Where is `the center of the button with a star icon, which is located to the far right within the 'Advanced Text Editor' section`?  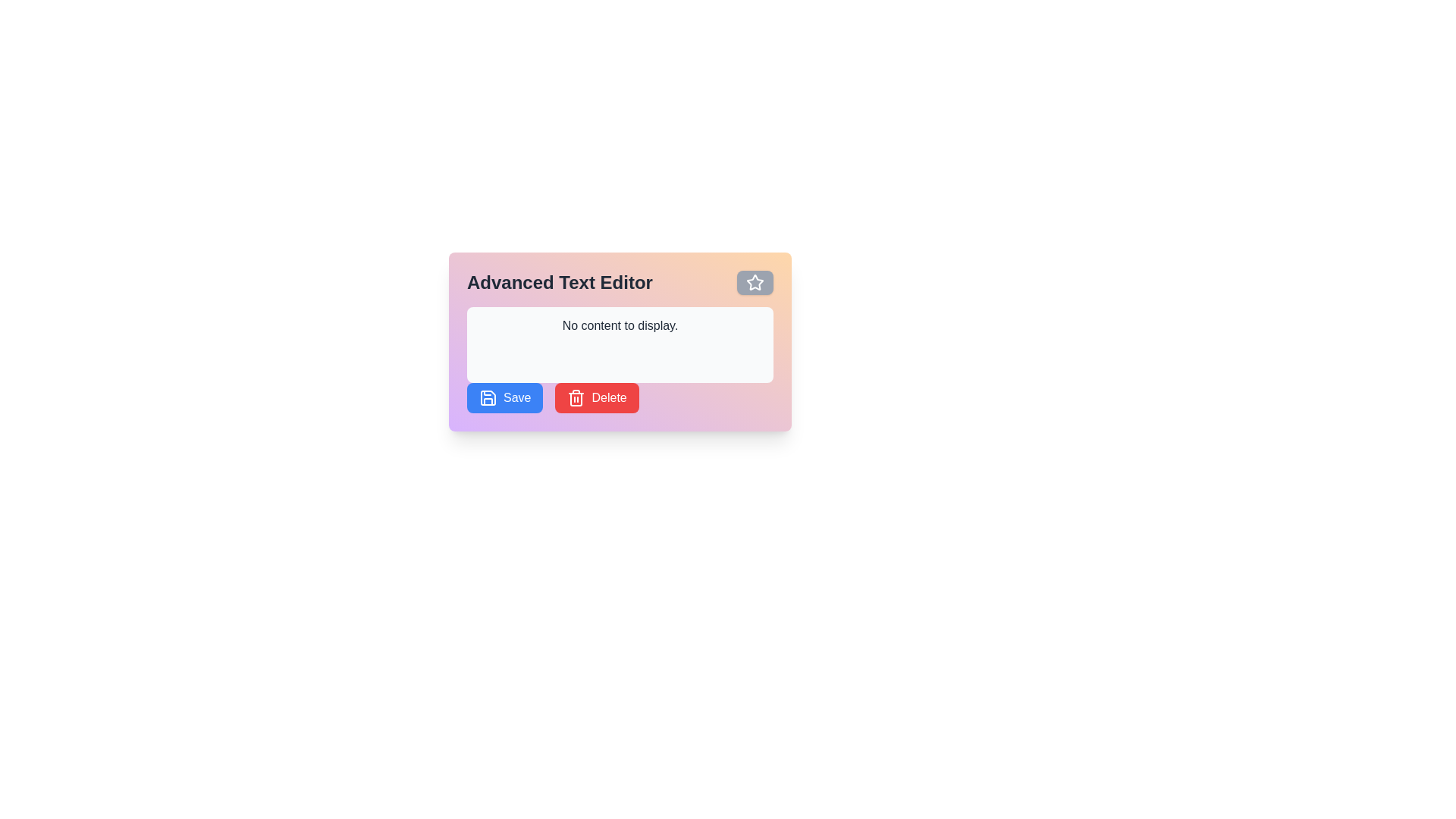
the center of the button with a star icon, which is located to the far right within the 'Advanced Text Editor' section is located at coordinates (755, 283).